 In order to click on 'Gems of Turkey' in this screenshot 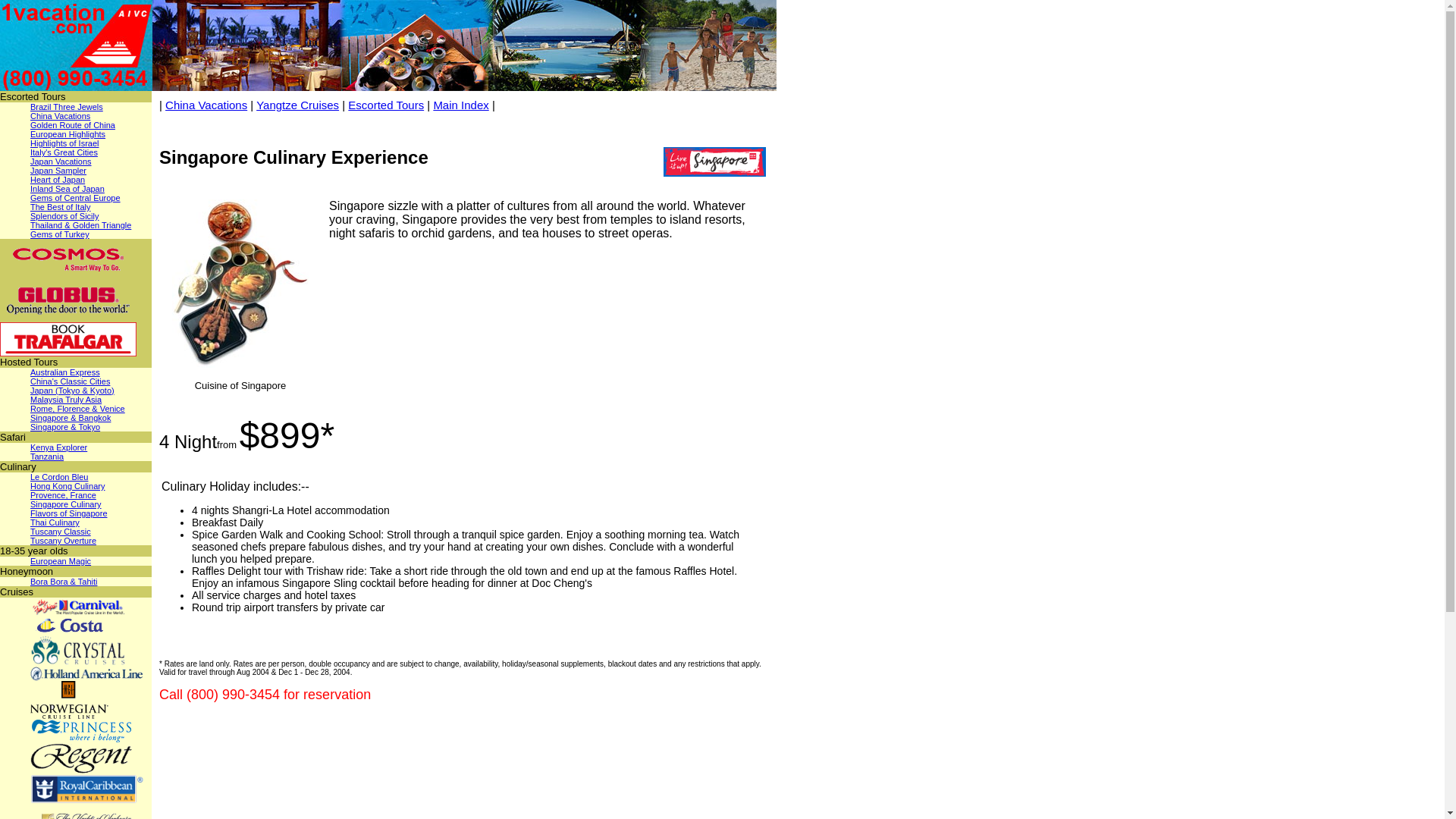, I will do `click(59, 234)`.